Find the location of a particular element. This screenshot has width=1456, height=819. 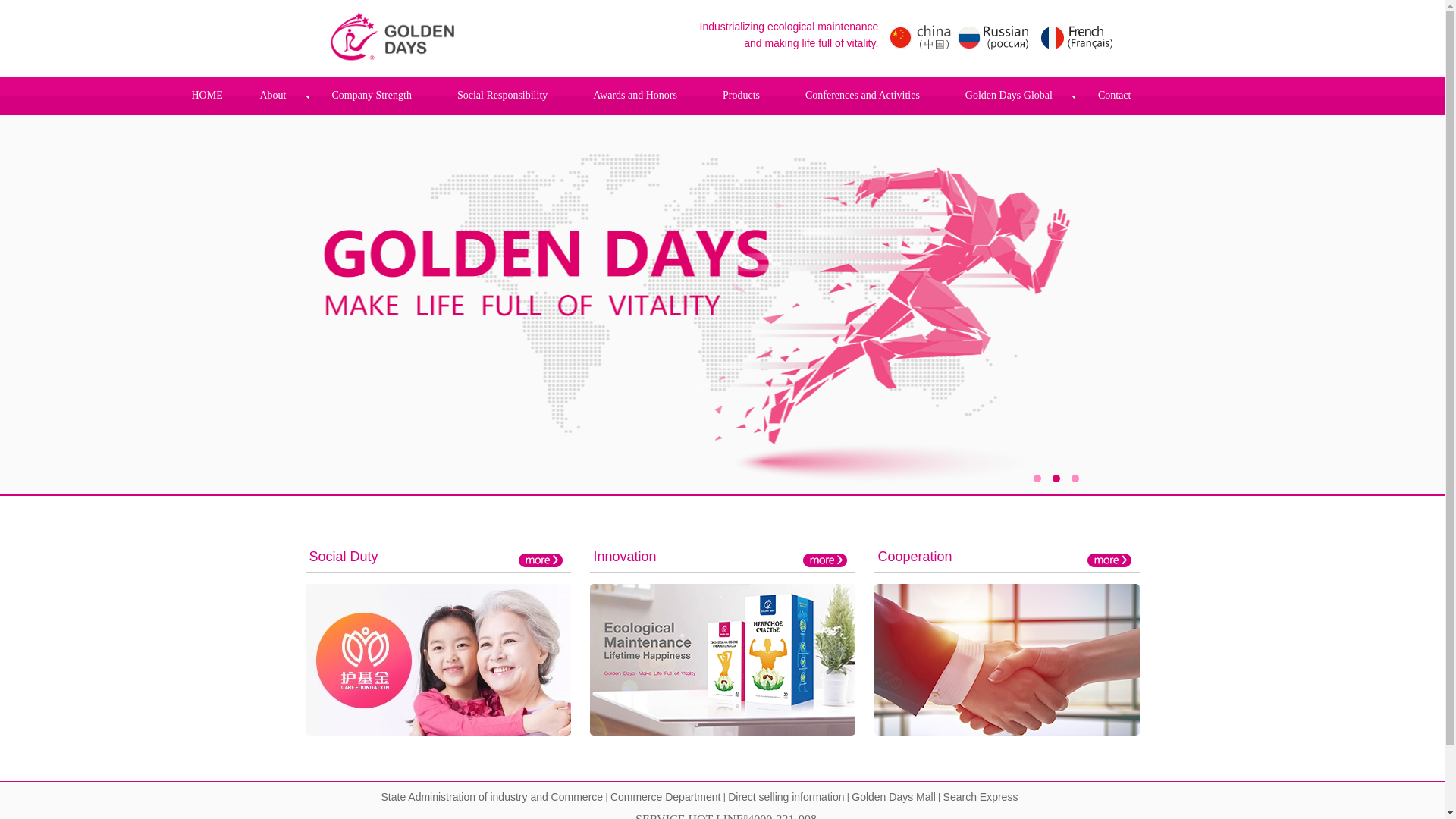

'Products' is located at coordinates (741, 96).